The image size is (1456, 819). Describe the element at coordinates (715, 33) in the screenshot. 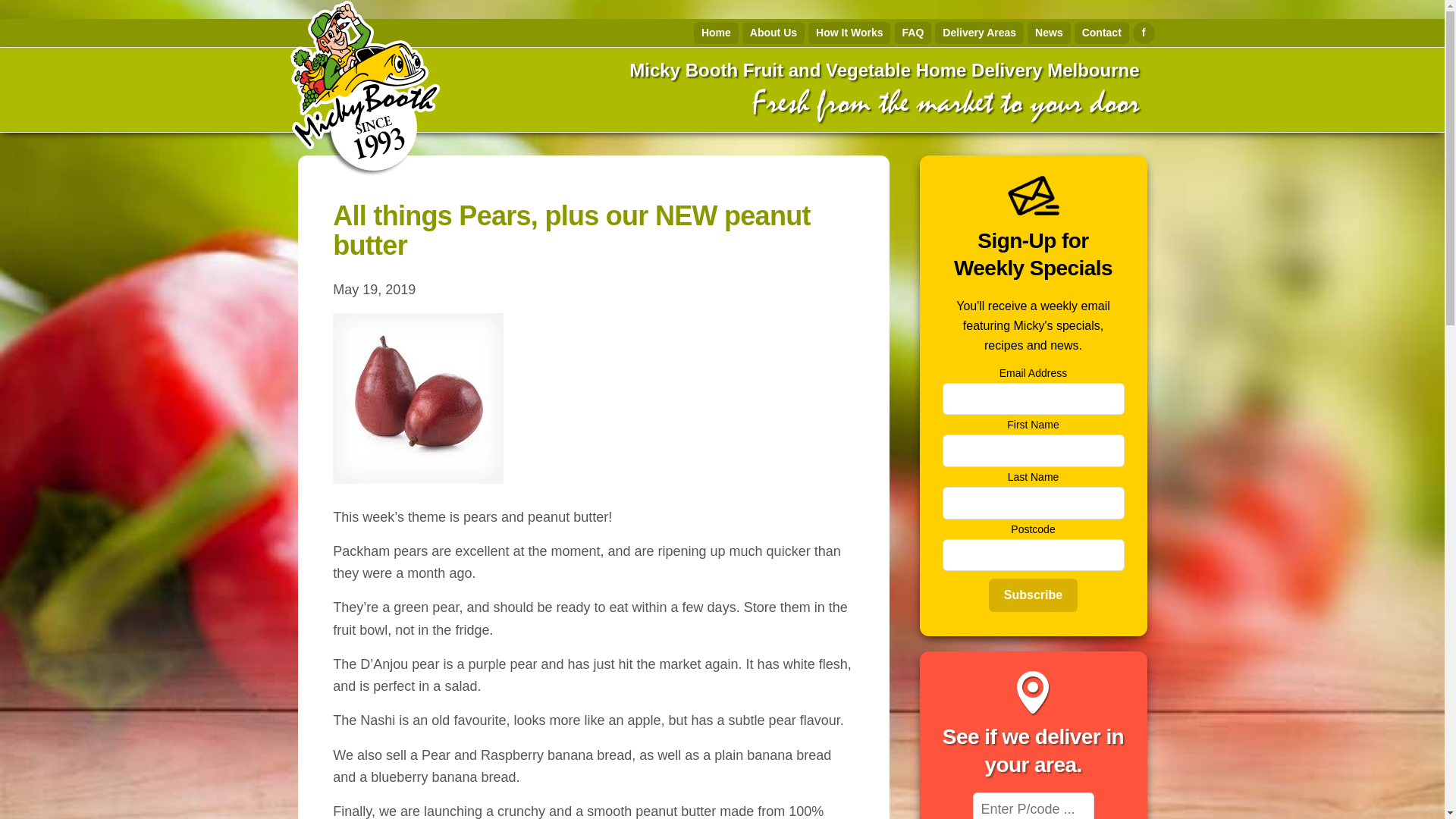

I see `'Home'` at that location.